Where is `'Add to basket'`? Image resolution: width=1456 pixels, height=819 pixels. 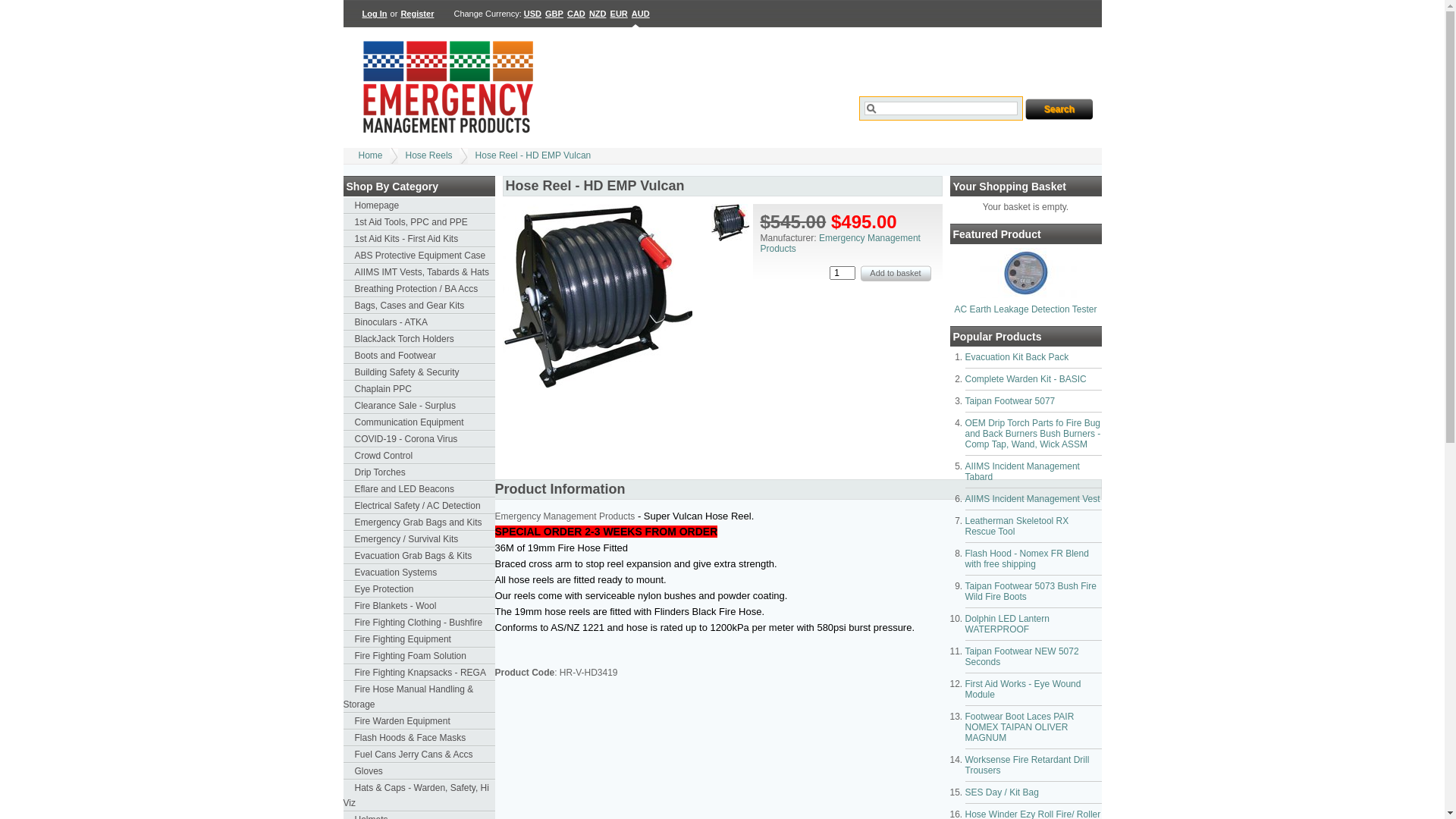
'Add to basket' is located at coordinates (859, 273).